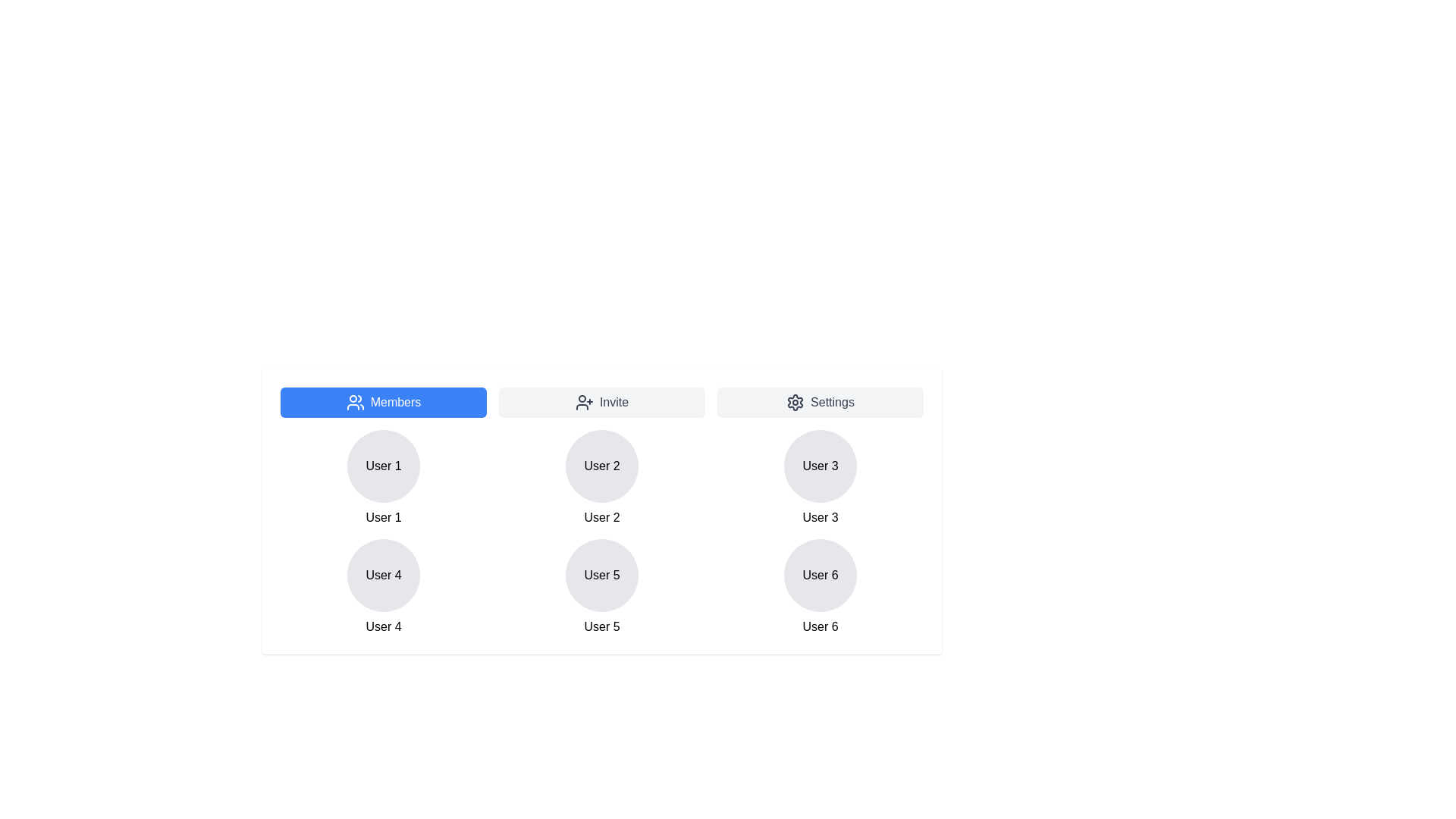 The height and width of the screenshot is (819, 1456). What do you see at coordinates (795, 402) in the screenshot?
I see `the settings icon located in the upper-right corner of the interface` at bounding box center [795, 402].